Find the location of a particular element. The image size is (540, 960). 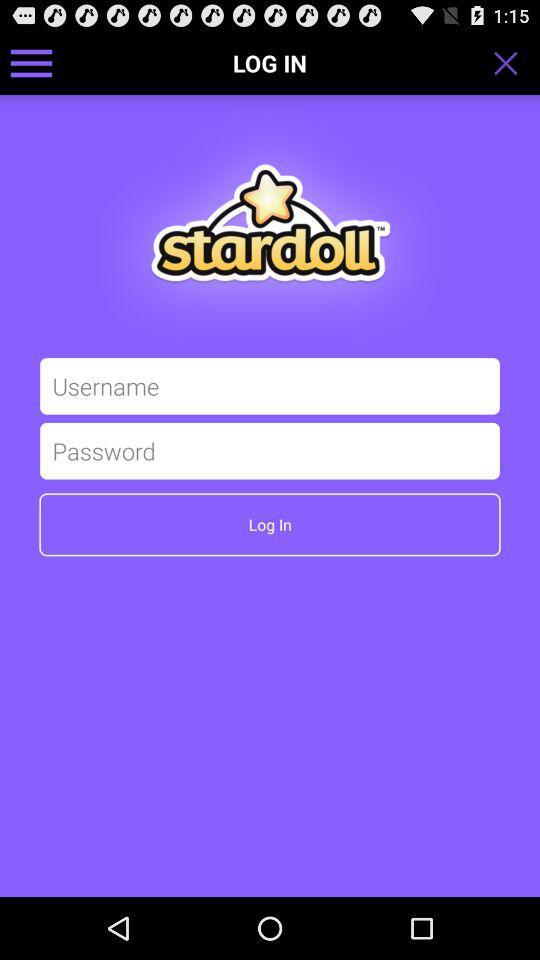

the toggle is used to close the login page is located at coordinates (512, 62).